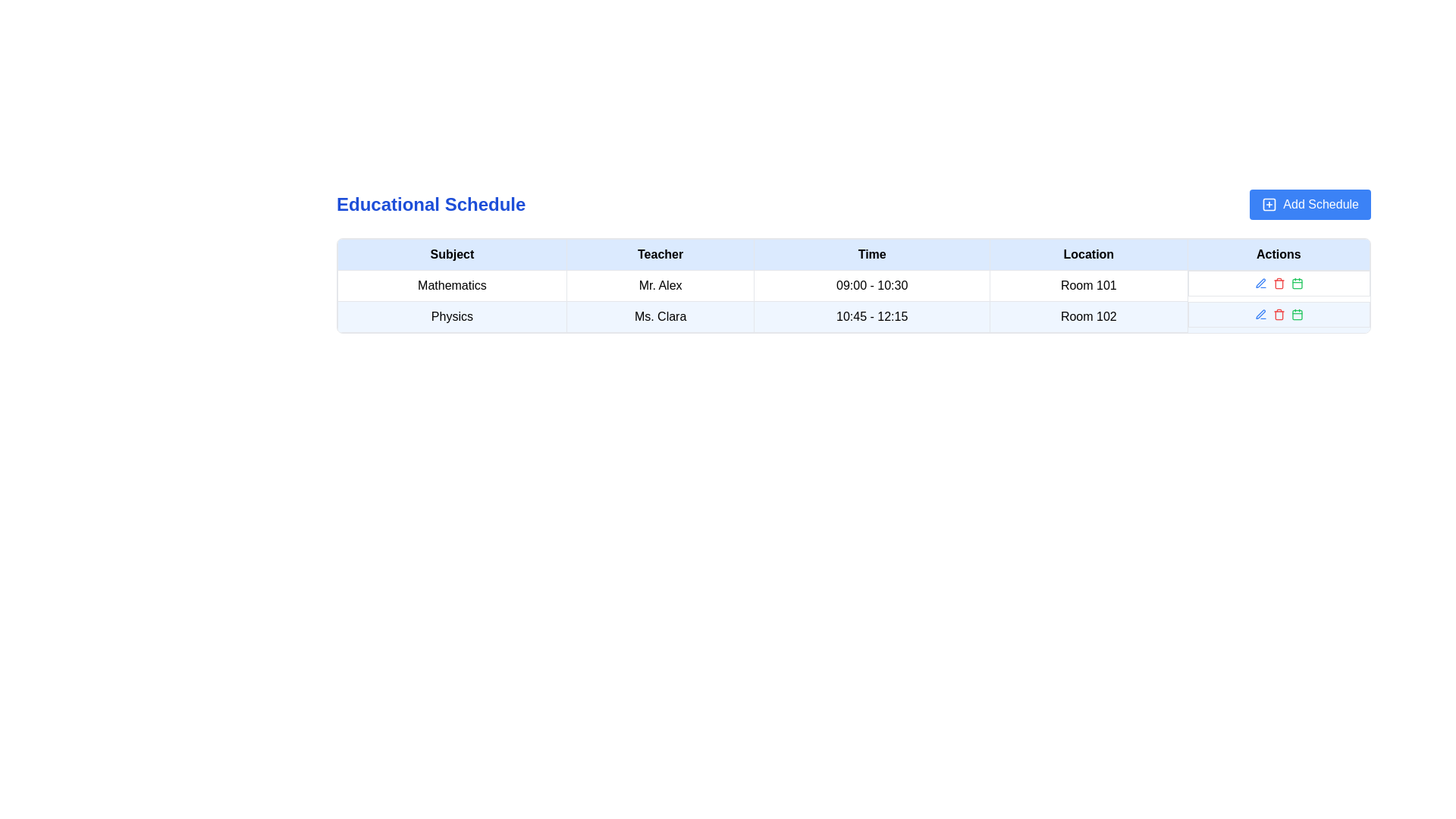 Image resolution: width=1456 pixels, height=819 pixels. What do you see at coordinates (661, 253) in the screenshot?
I see `the 'Teacher' text label in the second column header of the table, which is positioned between the 'Subject' and 'Time' column headers` at bounding box center [661, 253].